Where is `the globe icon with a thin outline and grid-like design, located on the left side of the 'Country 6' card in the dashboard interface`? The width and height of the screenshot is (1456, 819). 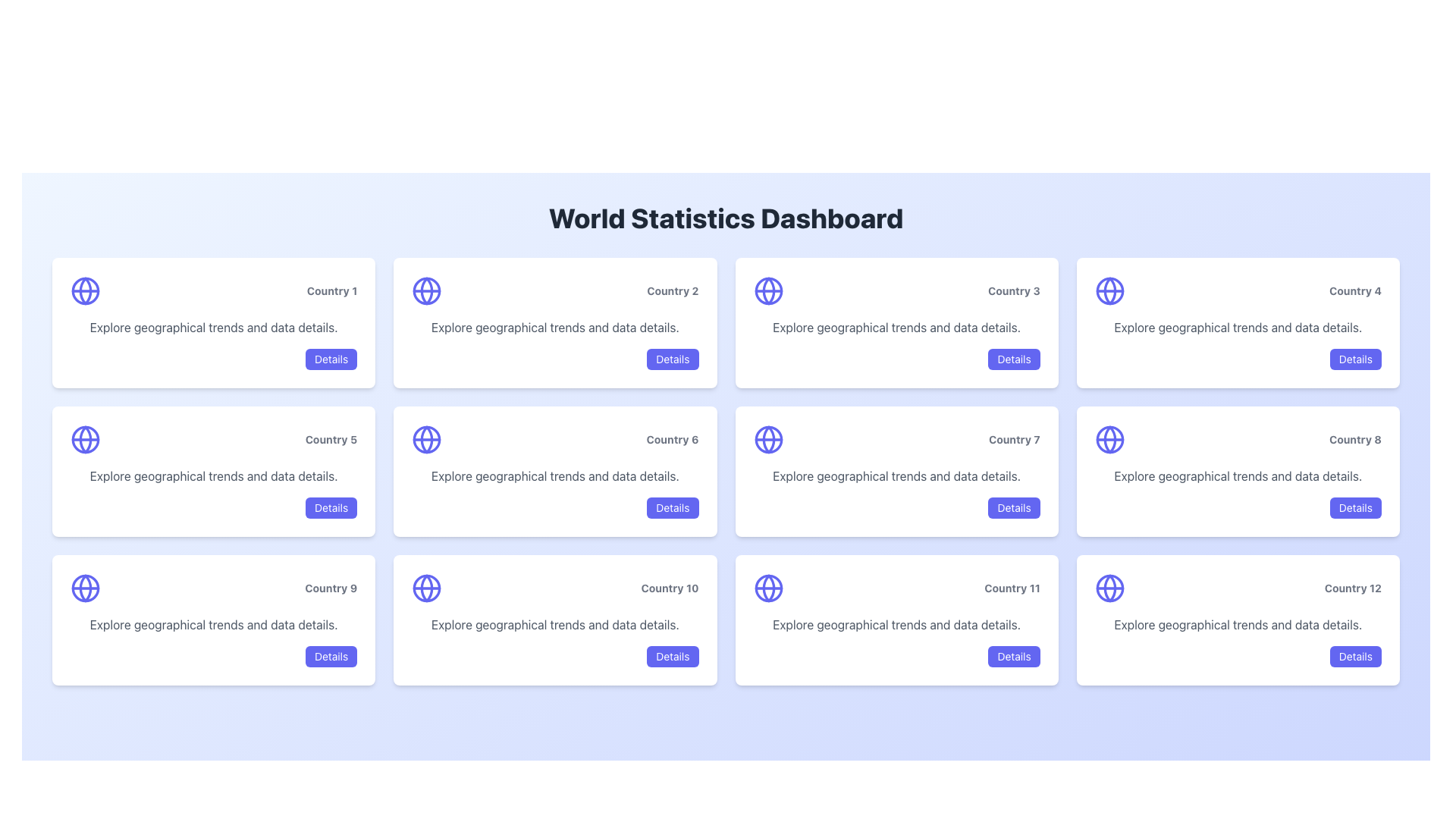 the globe icon with a thin outline and grid-like design, located on the left side of the 'Country 6' card in the dashboard interface is located at coordinates (426, 439).